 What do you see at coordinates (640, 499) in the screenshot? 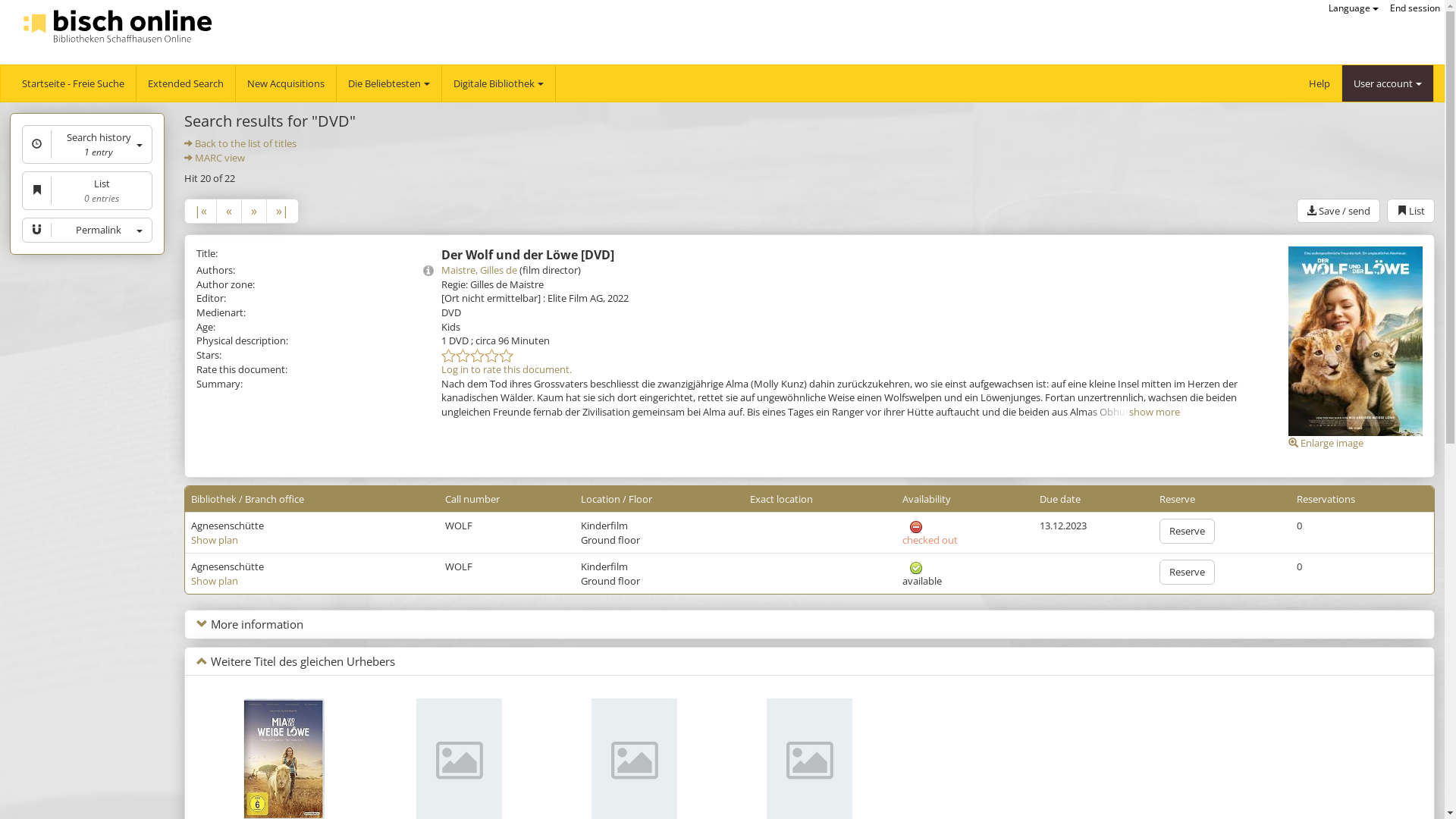
I see `'Floor'` at bounding box center [640, 499].